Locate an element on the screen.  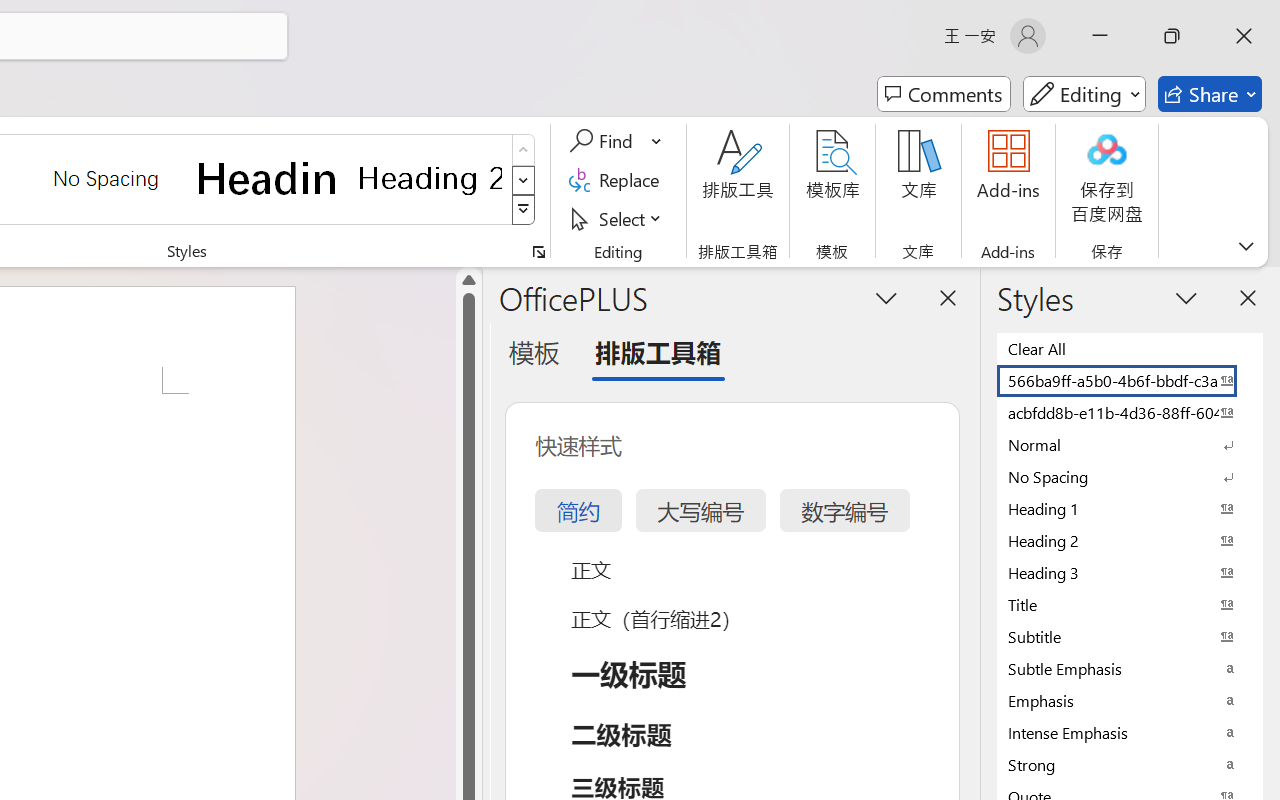
'Normal' is located at coordinates (1130, 443).